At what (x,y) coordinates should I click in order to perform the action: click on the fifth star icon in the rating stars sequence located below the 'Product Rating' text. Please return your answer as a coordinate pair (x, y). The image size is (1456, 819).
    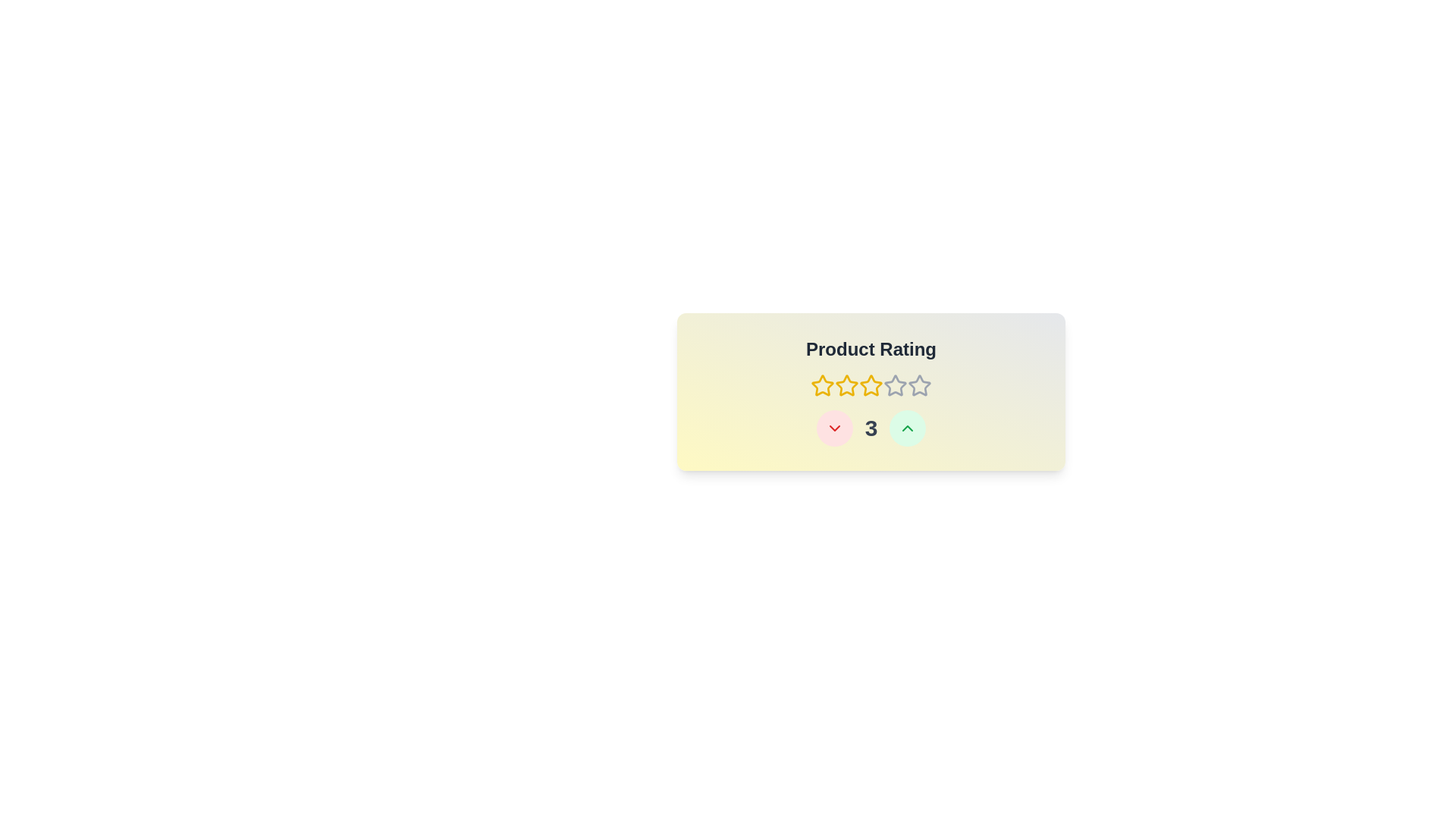
    Looking at the image, I should click on (919, 385).